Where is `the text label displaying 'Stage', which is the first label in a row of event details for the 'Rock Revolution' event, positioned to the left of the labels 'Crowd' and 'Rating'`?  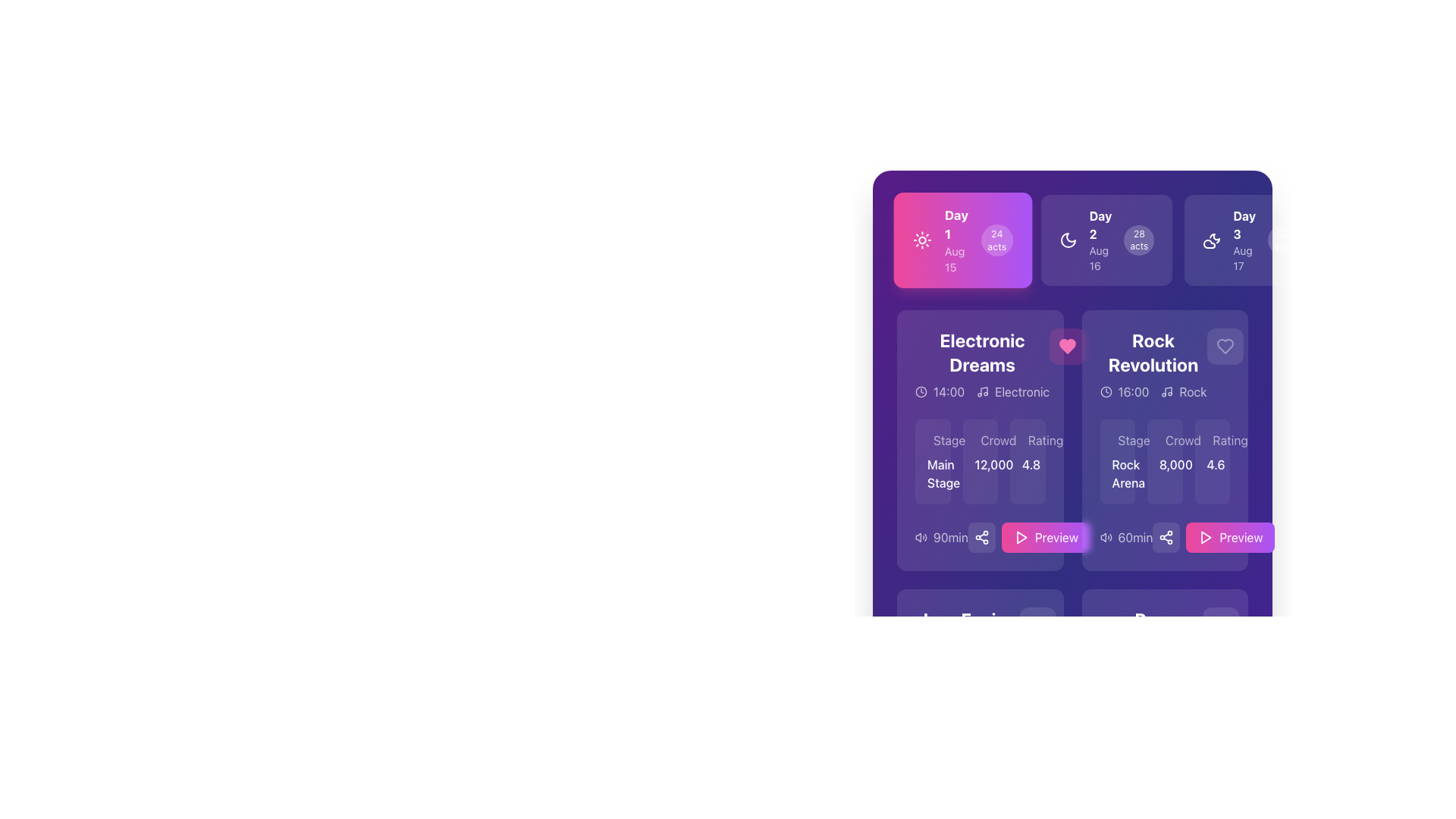 the text label displaying 'Stage', which is the first label in a row of event details for the 'Rock Revolution' event, positioned to the left of the labels 'Crowd' and 'Rating' is located at coordinates (1134, 441).